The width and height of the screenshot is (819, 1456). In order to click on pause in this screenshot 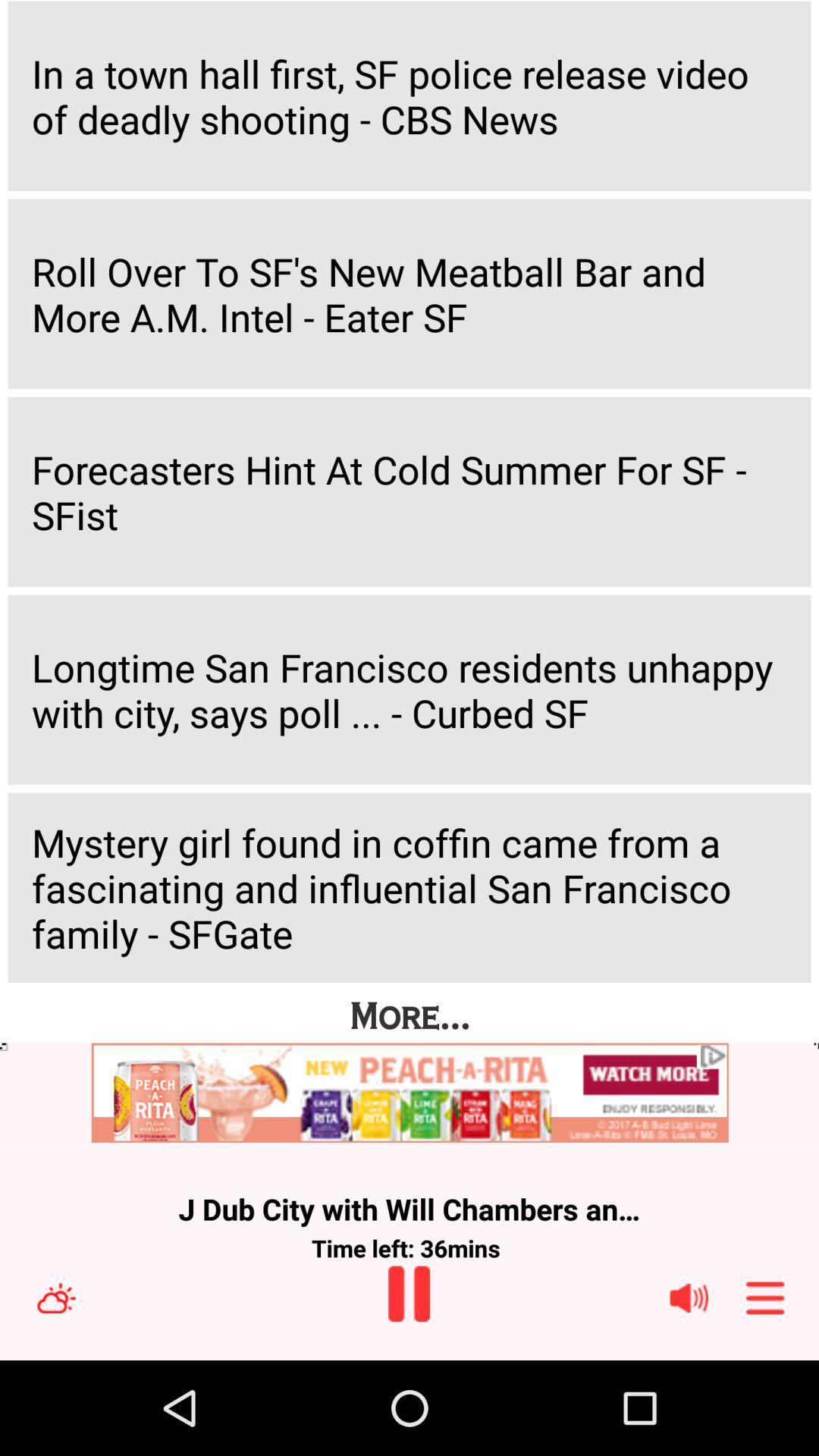, I will do `click(408, 1293)`.